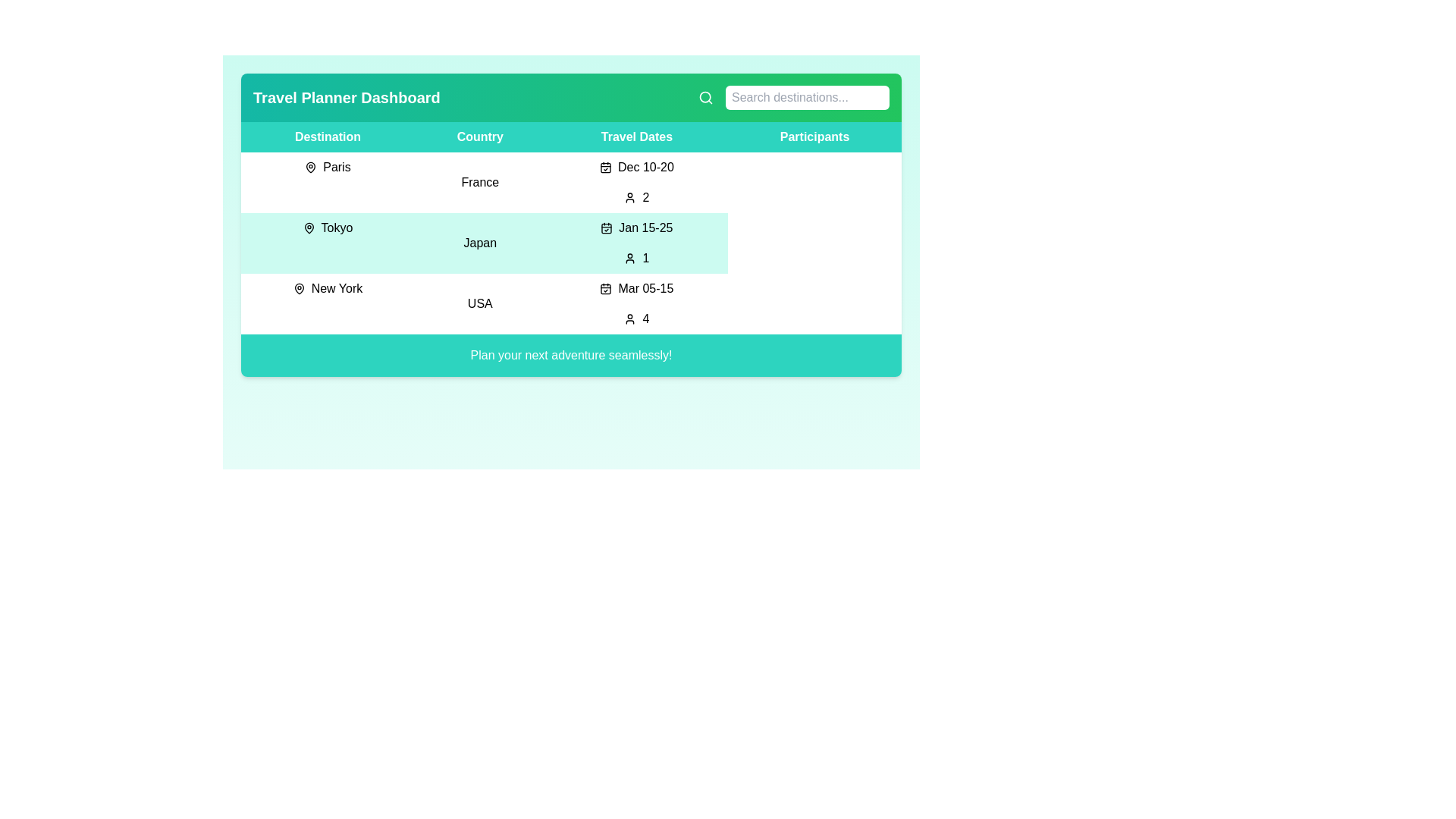  What do you see at coordinates (479, 181) in the screenshot?
I see `the text label identifying the country 'France' for the city 'Paris' in the 'Country' column, positioned between the travel date and participants count columns` at bounding box center [479, 181].